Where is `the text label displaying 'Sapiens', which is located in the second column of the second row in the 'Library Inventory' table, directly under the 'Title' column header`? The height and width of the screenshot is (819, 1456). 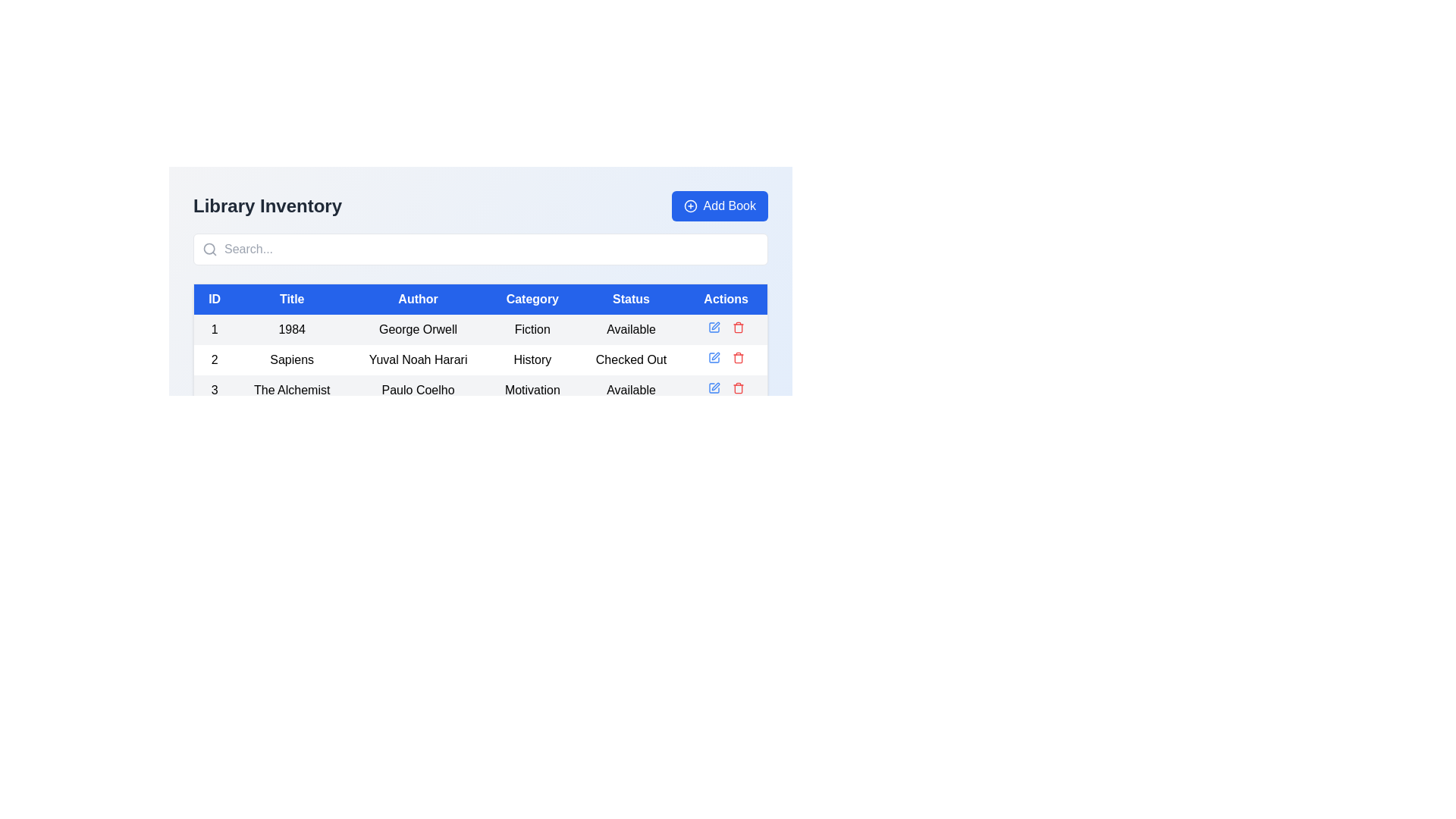
the text label displaying 'Sapiens', which is located in the second column of the second row in the 'Library Inventory' table, directly under the 'Title' column header is located at coordinates (292, 359).